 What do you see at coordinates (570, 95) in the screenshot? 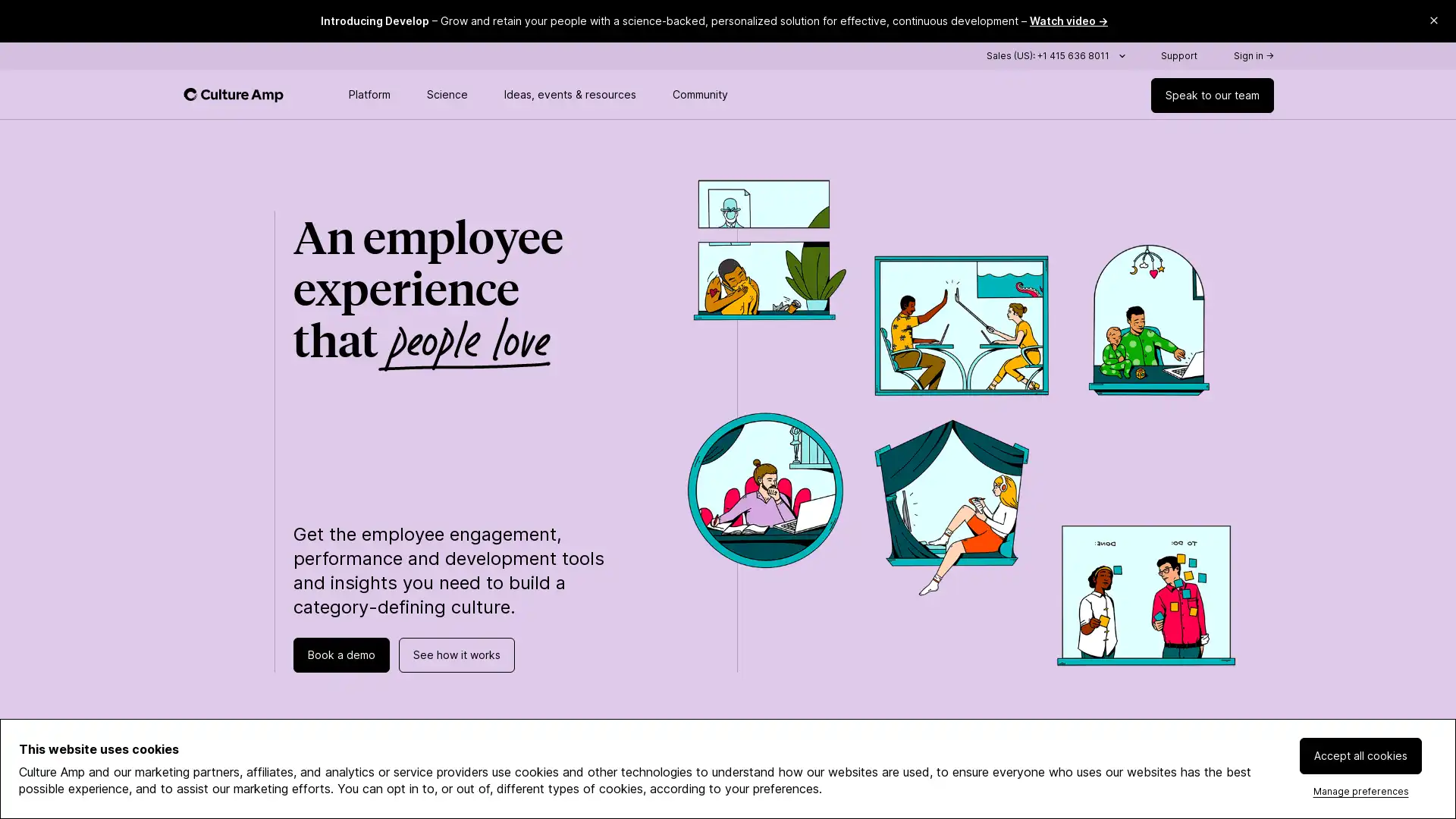
I see `Toggle resources menu` at bounding box center [570, 95].